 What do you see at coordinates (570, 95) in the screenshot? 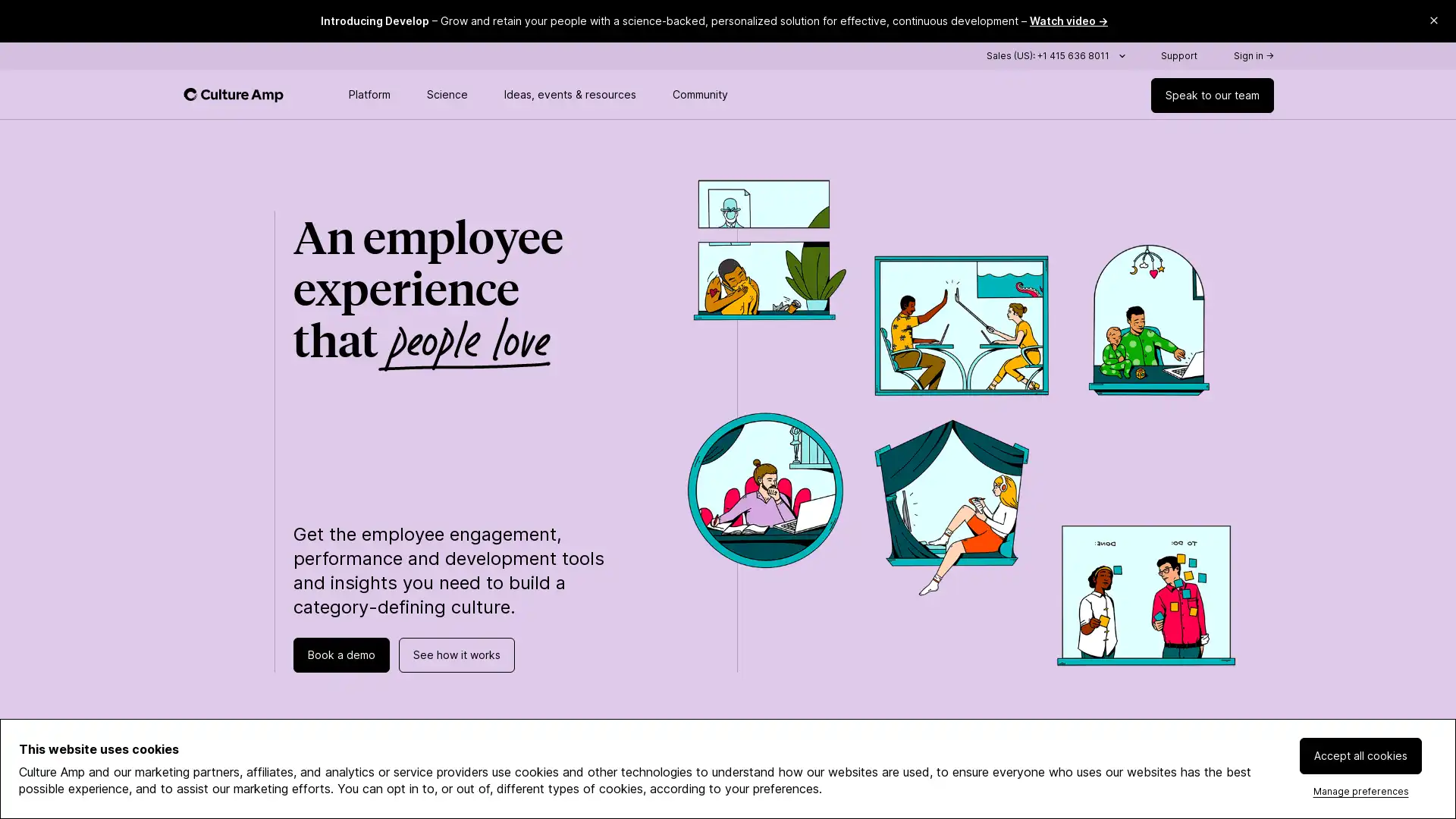
I see `Toggle resources menu` at bounding box center [570, 95].